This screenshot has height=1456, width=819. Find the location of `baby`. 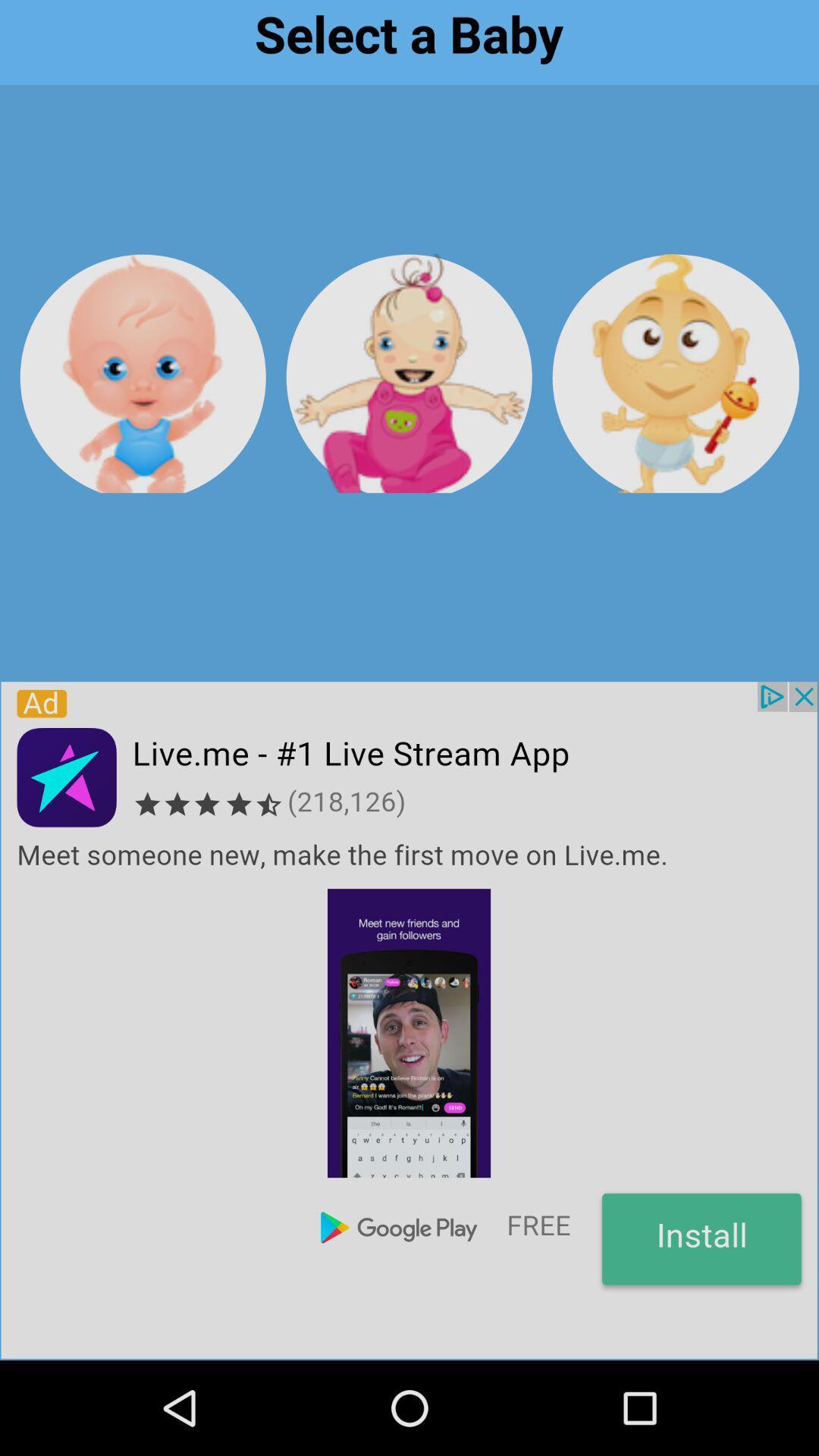

baby is located at coordinates (143, 373).